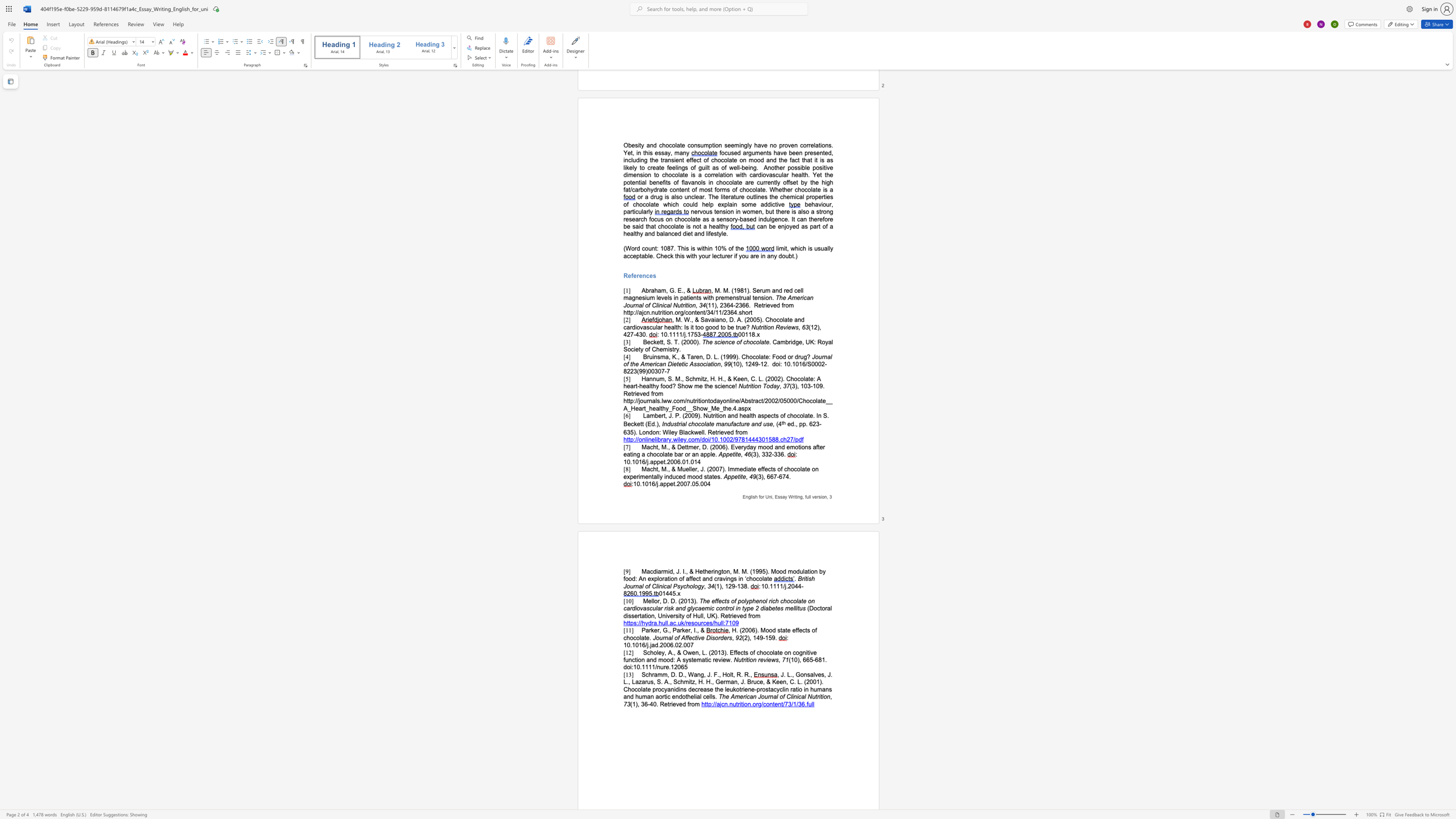 This screenshot has width=1456, height=819. What do you see at coordinates (645, 689) in the screenshot?
I see `the subset text "te procyanidins decrease the leukotriene-prosta" within the text ", J. L., Gonsalves, J. L., Lazarus, S. A., Schmitz, H. H., German, J. Bruce, & Keen, C. L. (2001). Chocolate procyanidins decrease the leukotriene-prostacyclin ratio in humans and human aortic endothelial cells."` at bounding box center [645, 689].